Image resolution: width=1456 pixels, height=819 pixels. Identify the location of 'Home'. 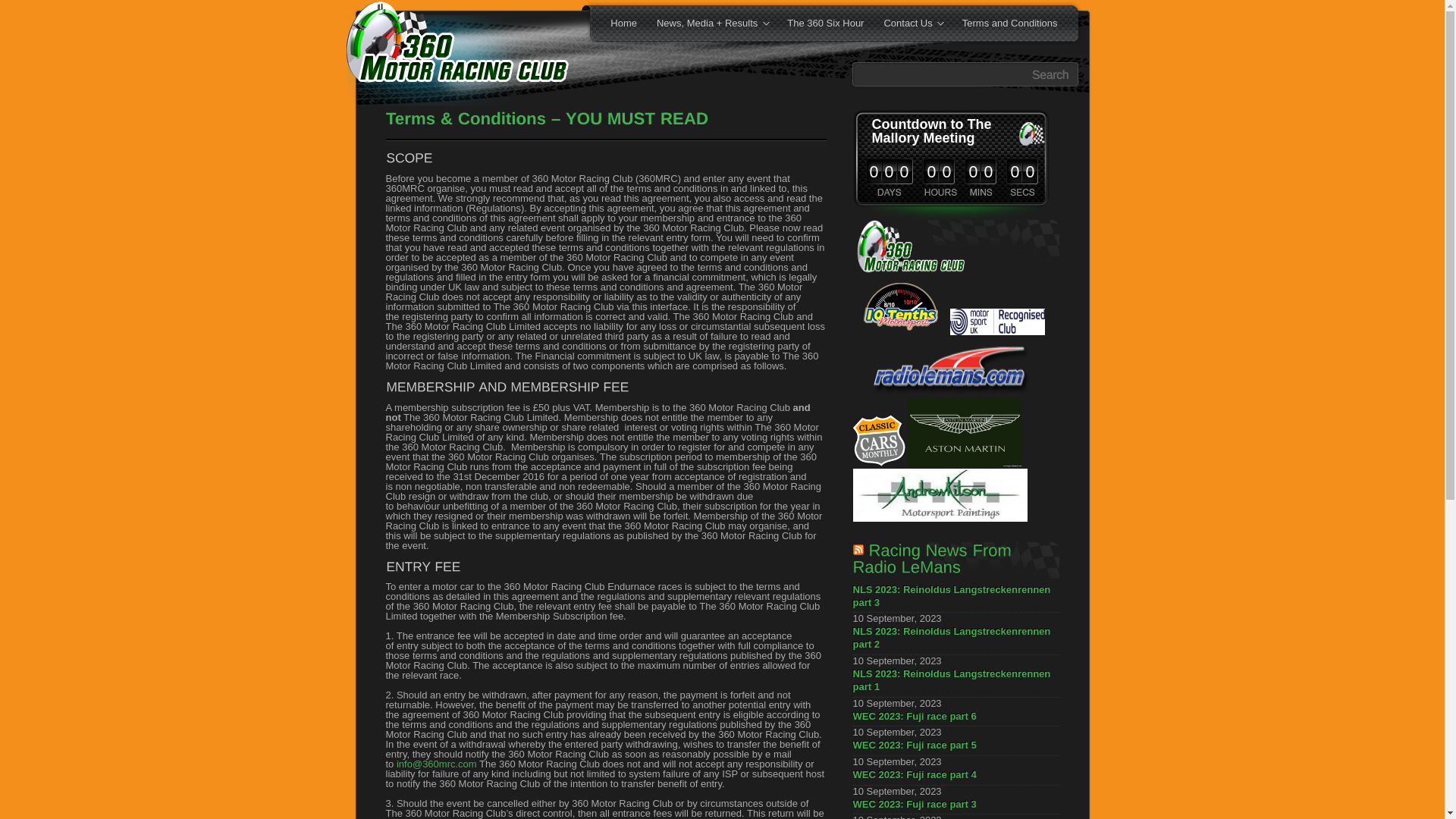
(623, 23).